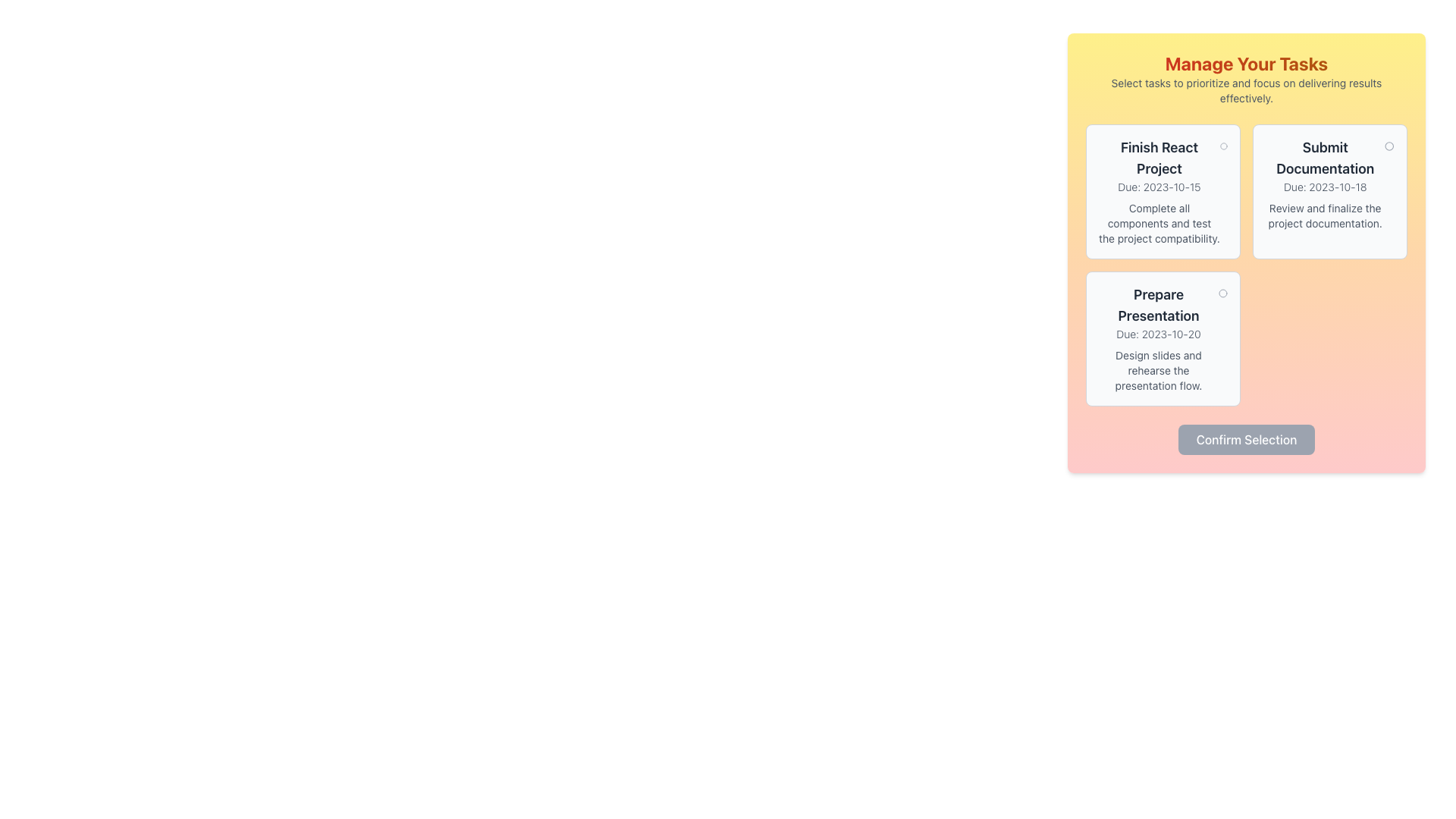  What do you see at coordinates (1324, 186) in the screenshot?
I see `text label displaying 'Due: 2023-10-18', which is located beneath the heading 'Submit Documentation' in the upper-right corner of the card layout` at bounding box center [1324, 186].